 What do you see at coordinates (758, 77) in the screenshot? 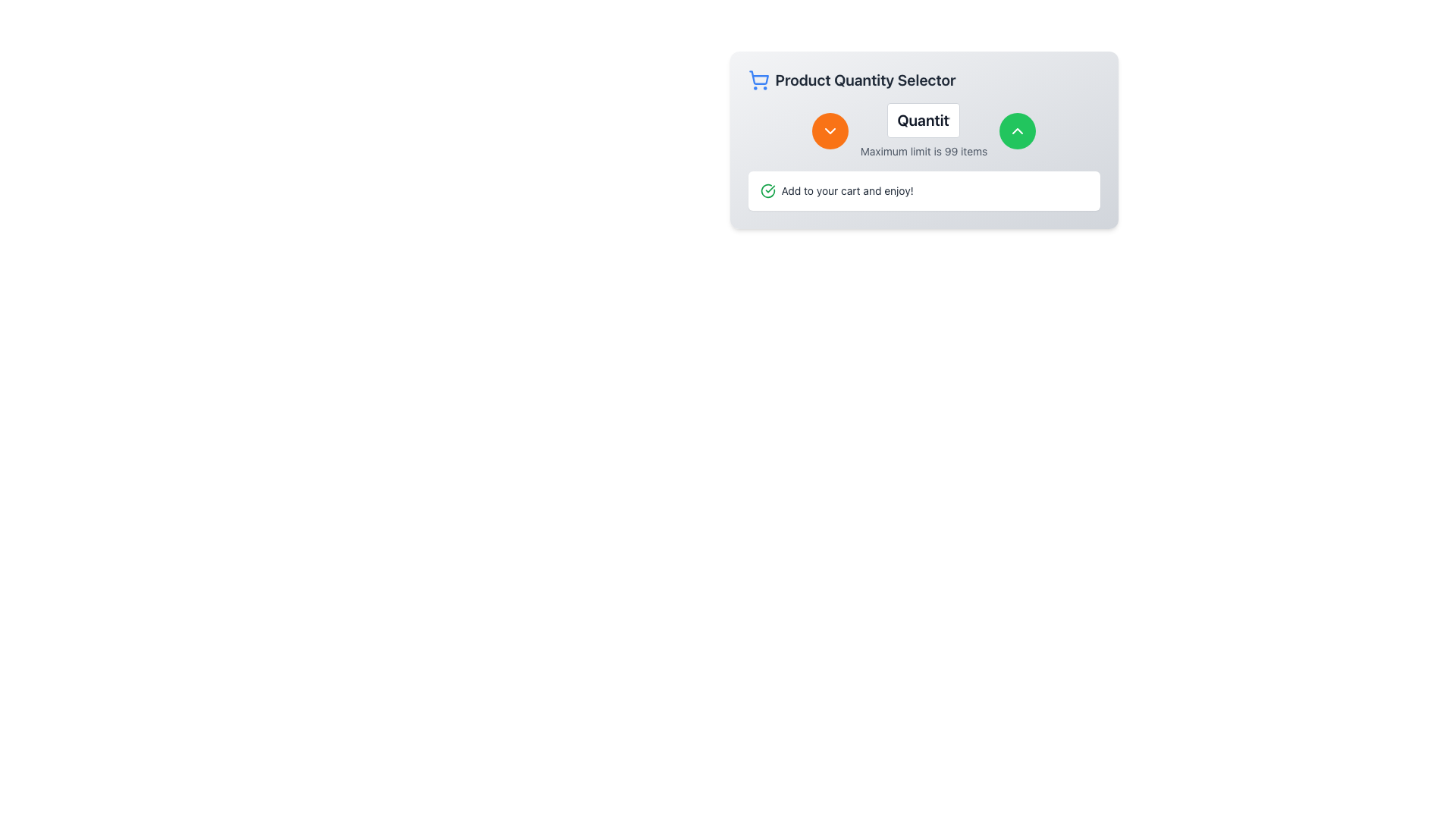
I see `the shopping cart icon, which is a blue outlined vector graphic located near the top-left corner of the product quantity selector panel` at bounding box center [758, 77].